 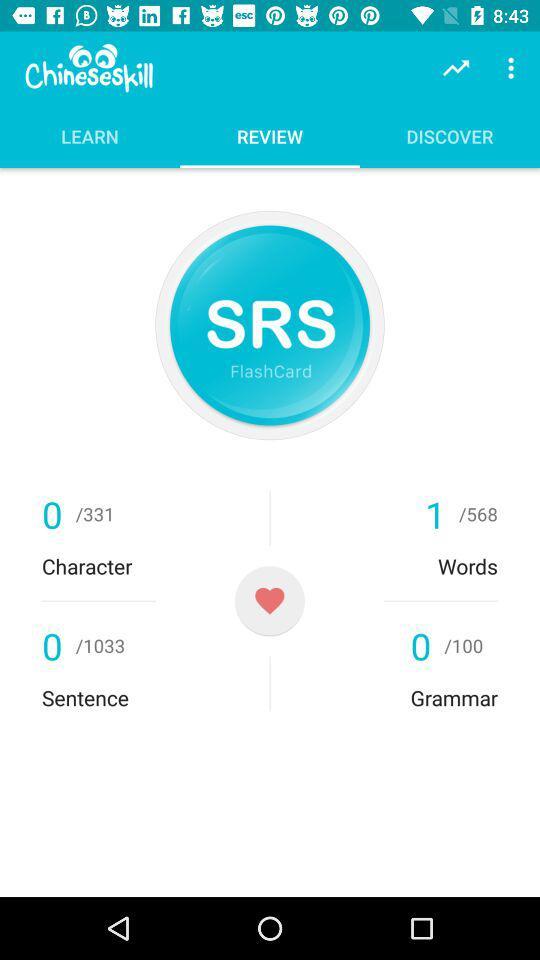 What do you see at coordinates (513, 68) in the screenshot?
I see `item above the discover` at bounding box center [513, 68].